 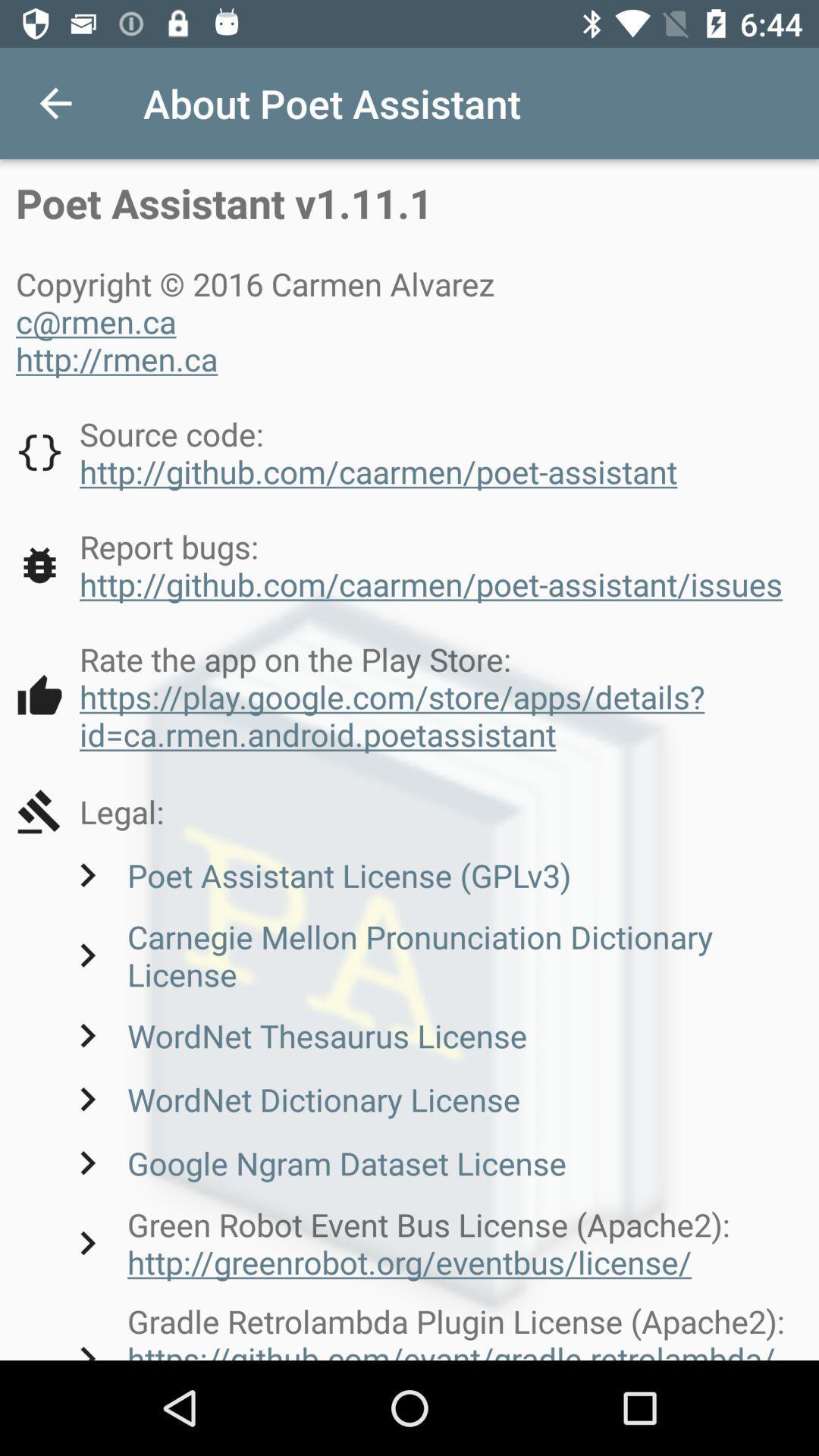 What do you see at coordinates (433, 1243) in the screenshot?
I see `the text which is below google ngram dataset licence` at bounding box center [433, 1243].